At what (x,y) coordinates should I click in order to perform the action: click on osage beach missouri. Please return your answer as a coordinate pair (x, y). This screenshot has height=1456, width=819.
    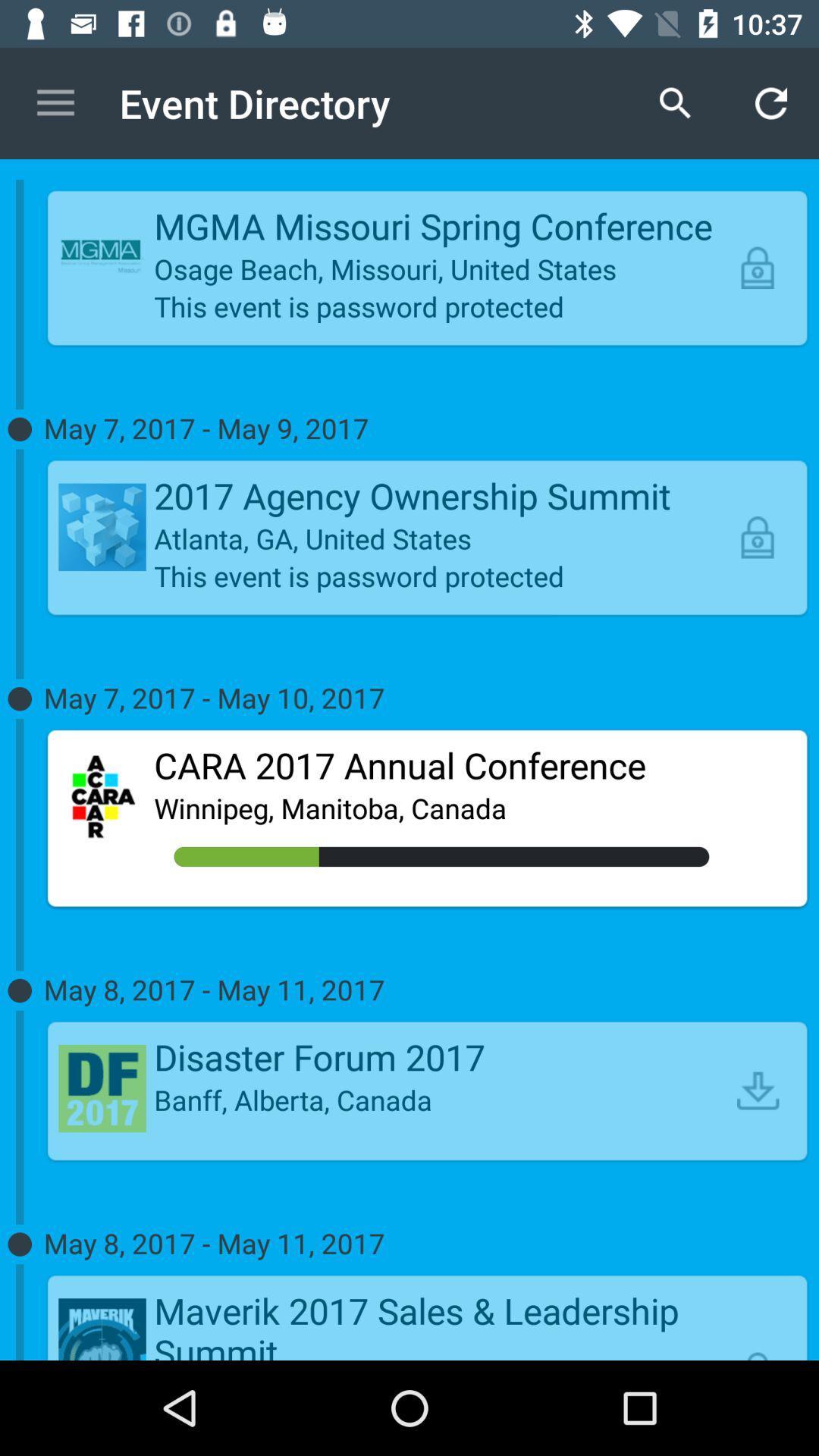
    Looking at the image, I should click on (441, 268).